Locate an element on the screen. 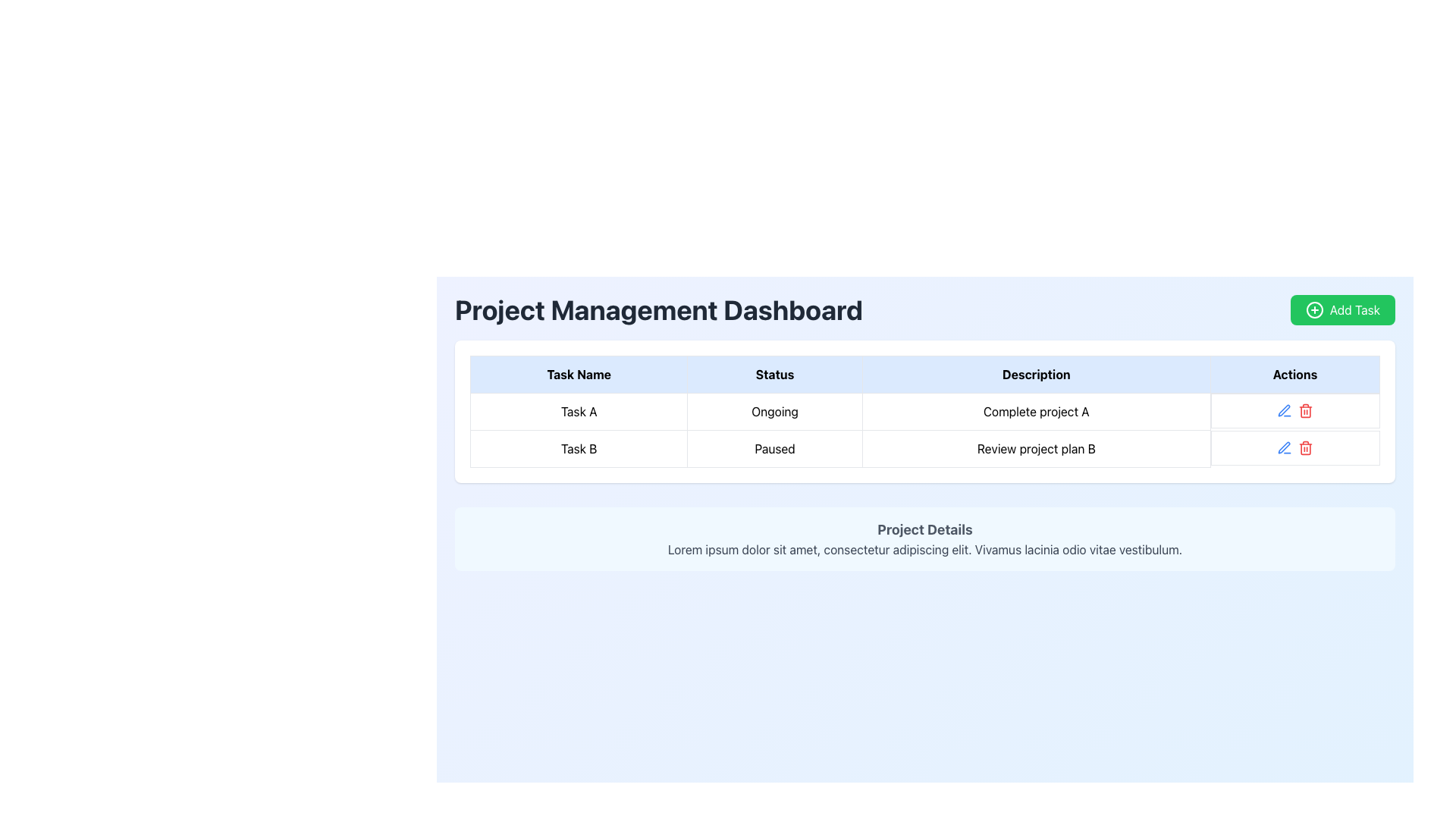 The height and width of the screenshot is (819, 1456). the 'Actions' column header in the table, which is the fourth and rightmost column header, positioned towards the top-right of the table is located at coordinates (1294, 374).